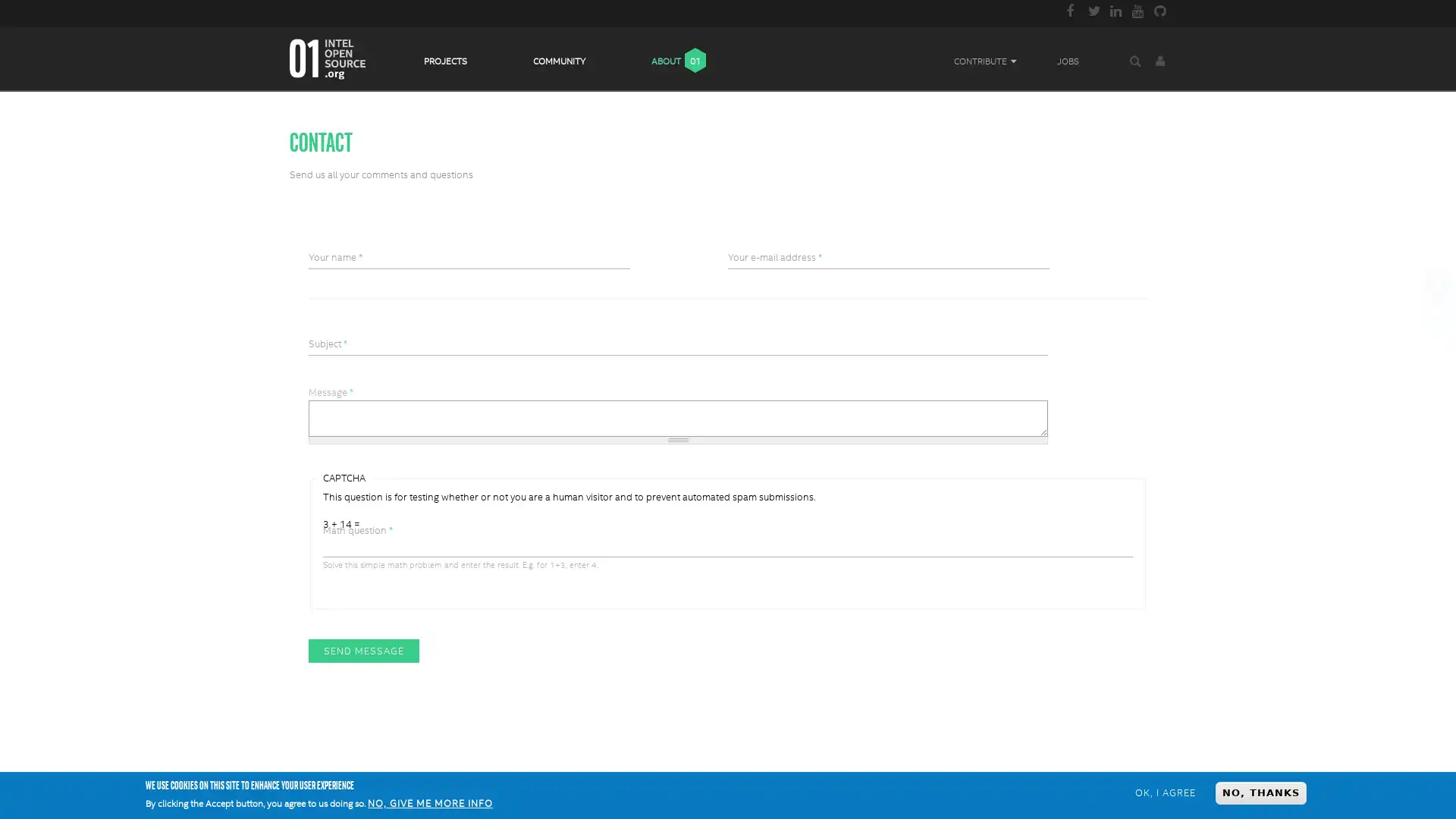  What do you see at coordinates (1260, 792) in the screenshot?
I see `NO, THANKS` at bounding box center [1260, 792].